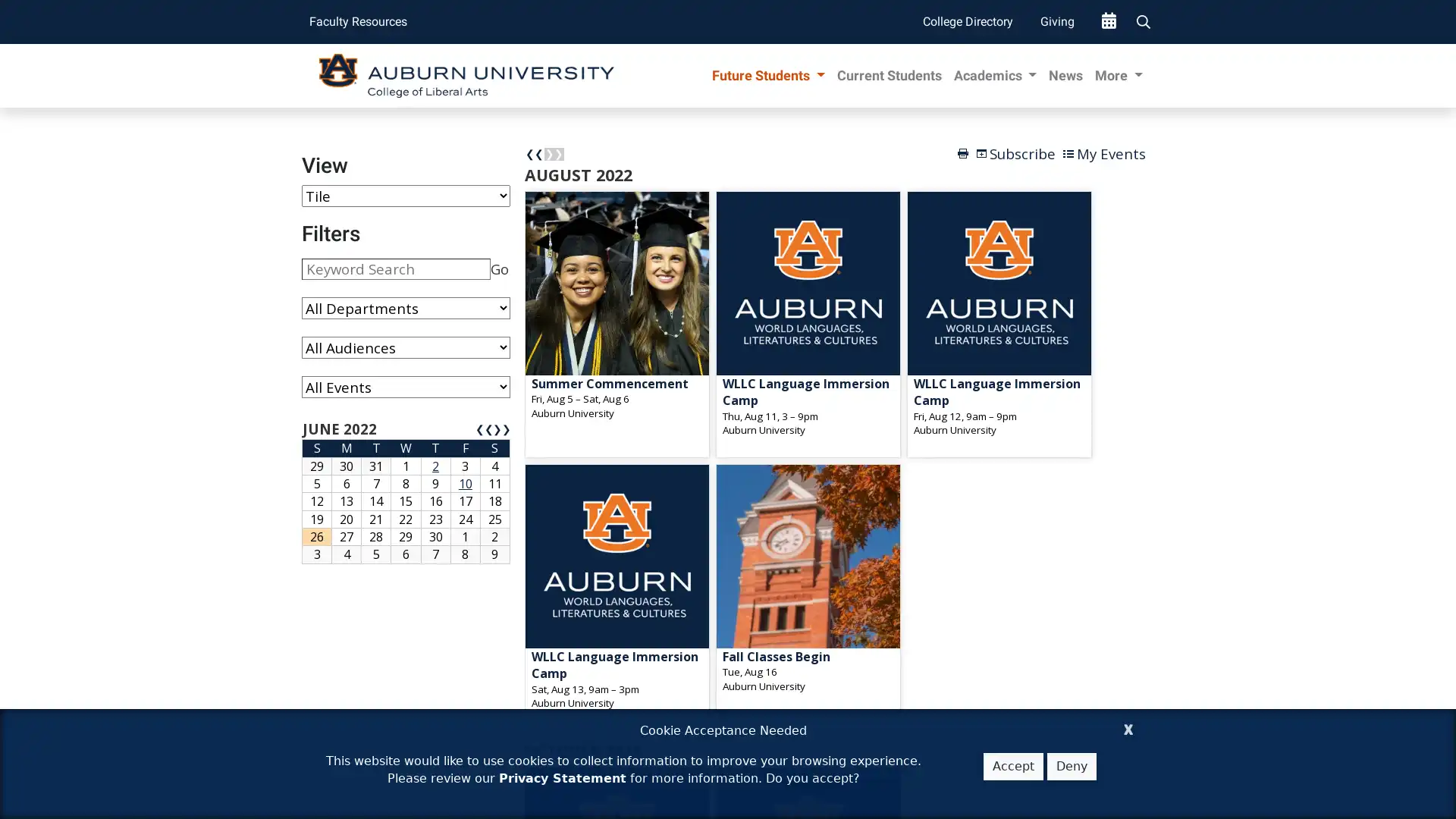 The image size is (1456, 819). I want to click on Accept, so click(1013, 766).